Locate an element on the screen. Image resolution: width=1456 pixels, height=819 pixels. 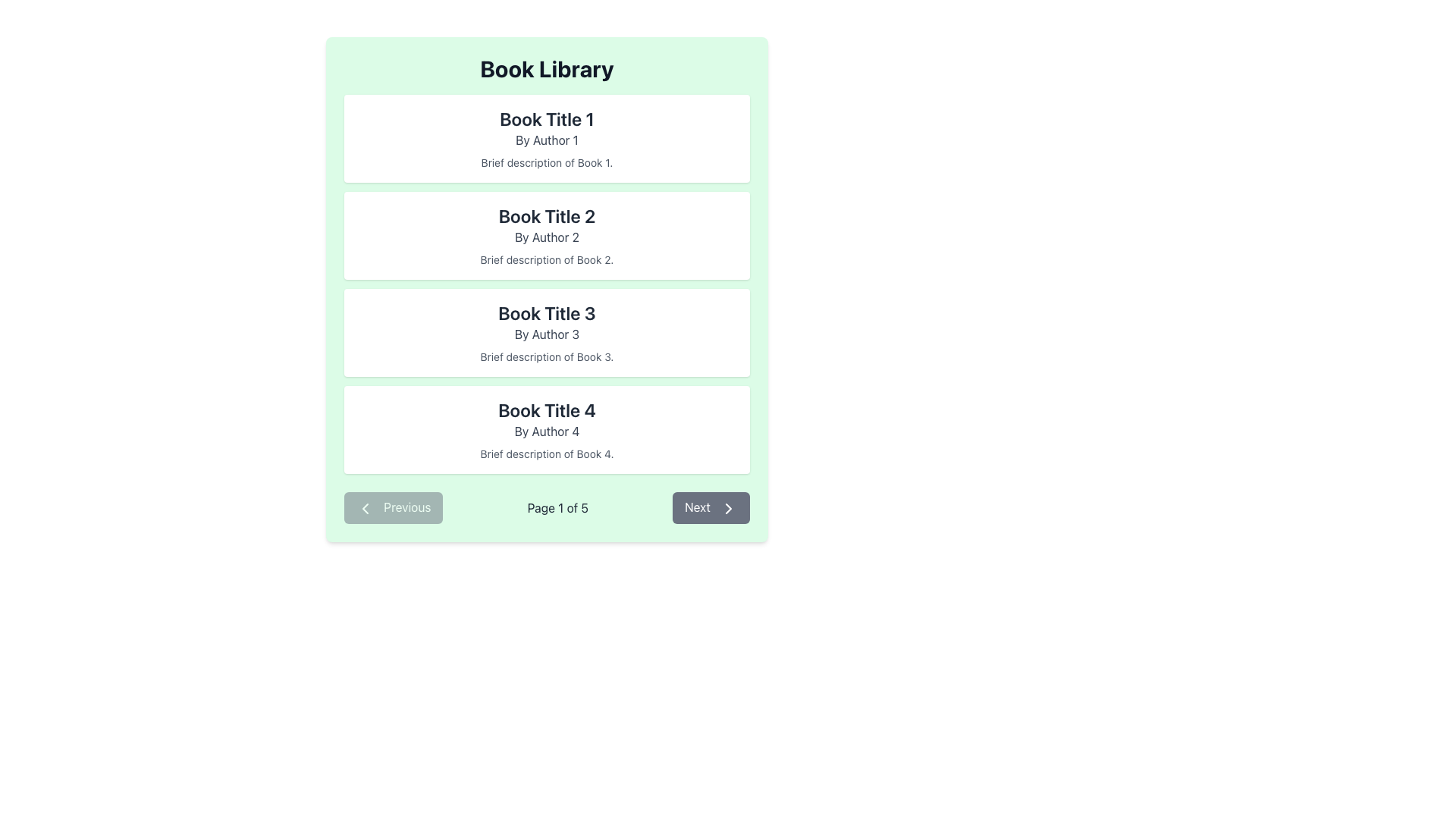
the text label that serves as the title of the first book entry in a vertical list of books, positioned above 'By Author 1' and 'Brief description of Book 1.' is located at coordinates (546, 118).